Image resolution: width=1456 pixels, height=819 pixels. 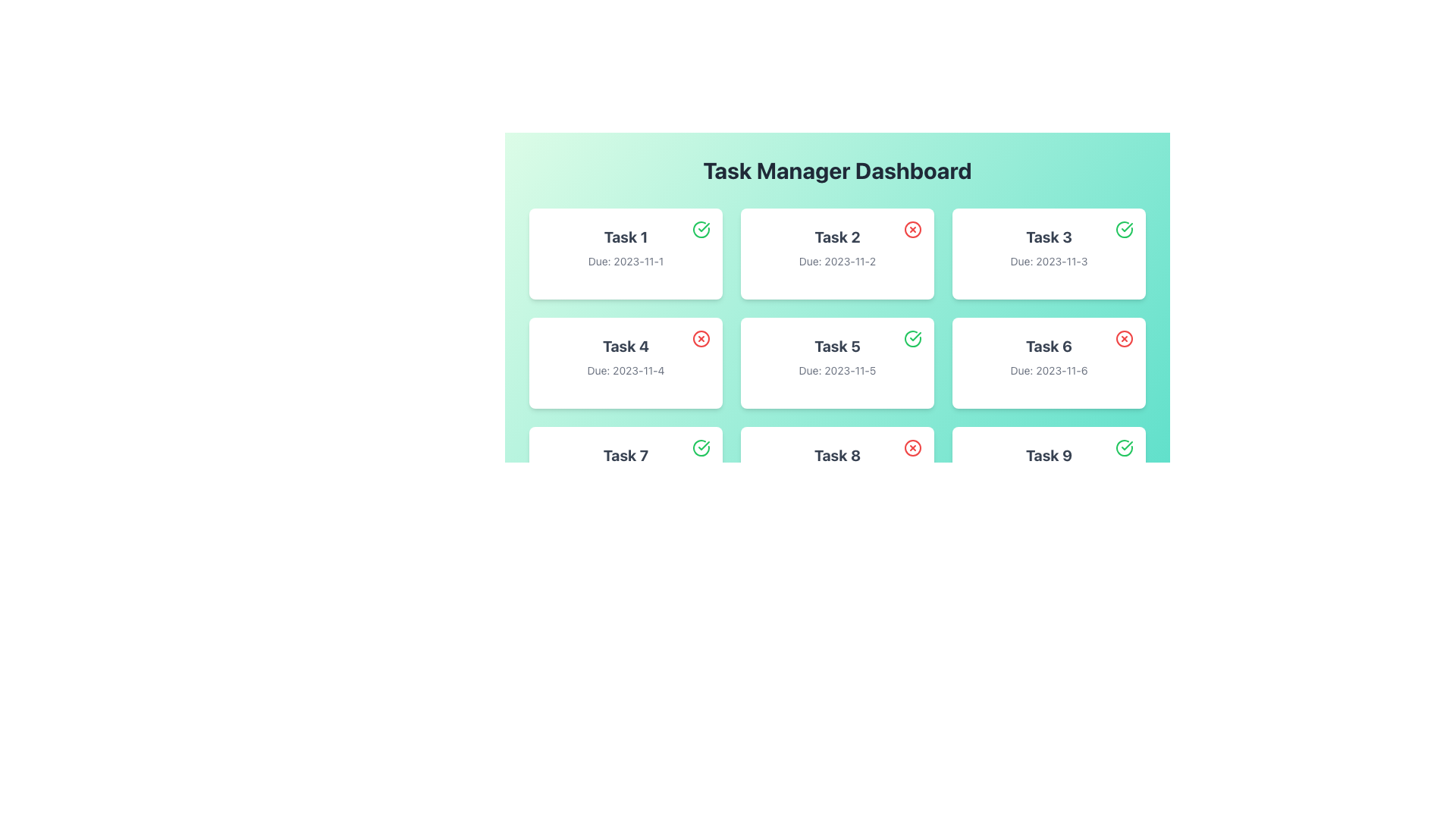 What do you see at coordinates (1048, 260) in the screenshot?
I see `the label displaying 'Due: 2023-11-3', which is styled in a small-sized, gray-colored font and located beneath the 'Task 3' title in the task card` at bounding box center [1048, 260].